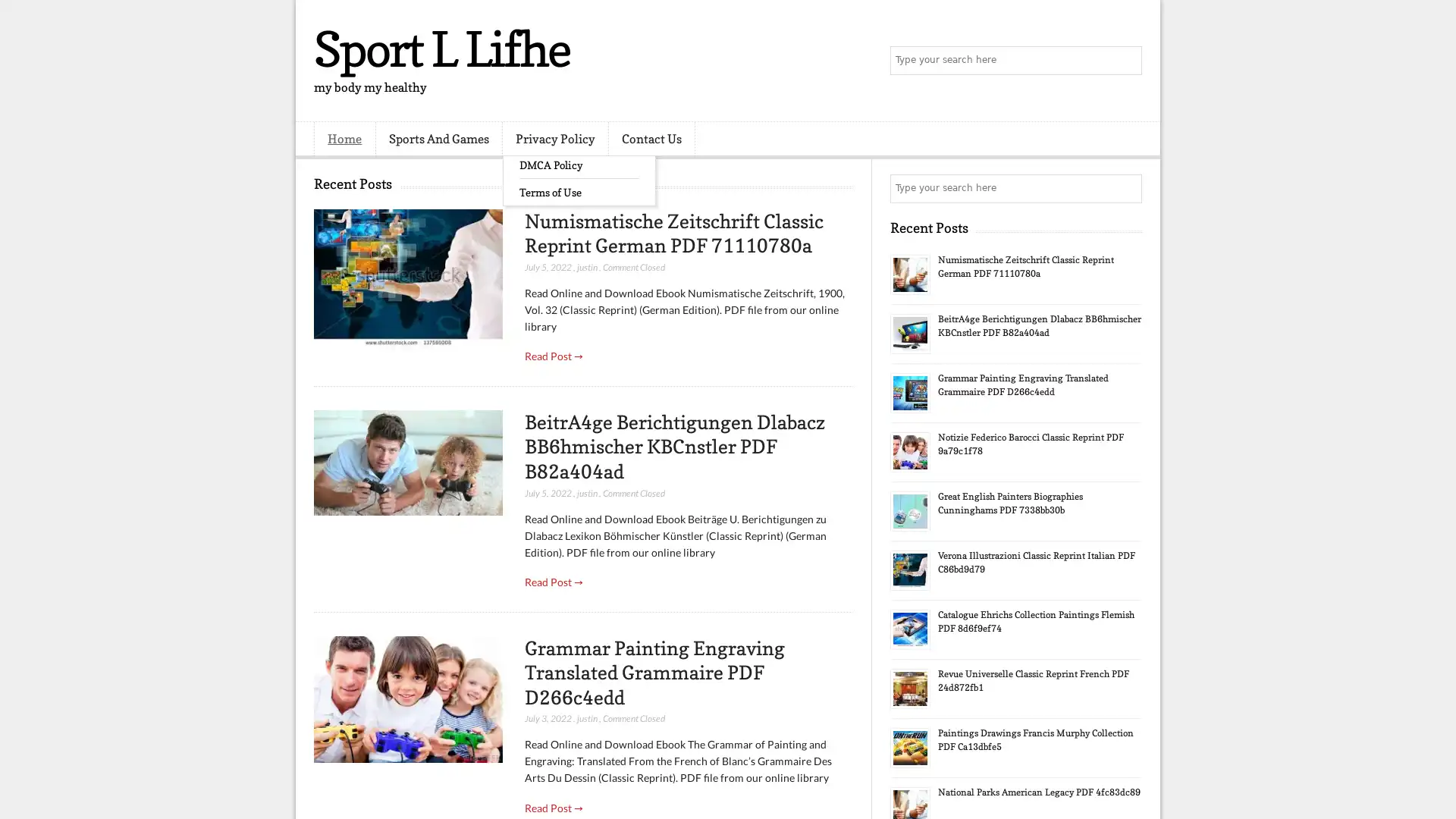 The height and width of the screenshot is (819, 1456). What do you see at coordinates (1126, 61) in the screenshot?
I see `Search` at bounding box center [1126, 61].